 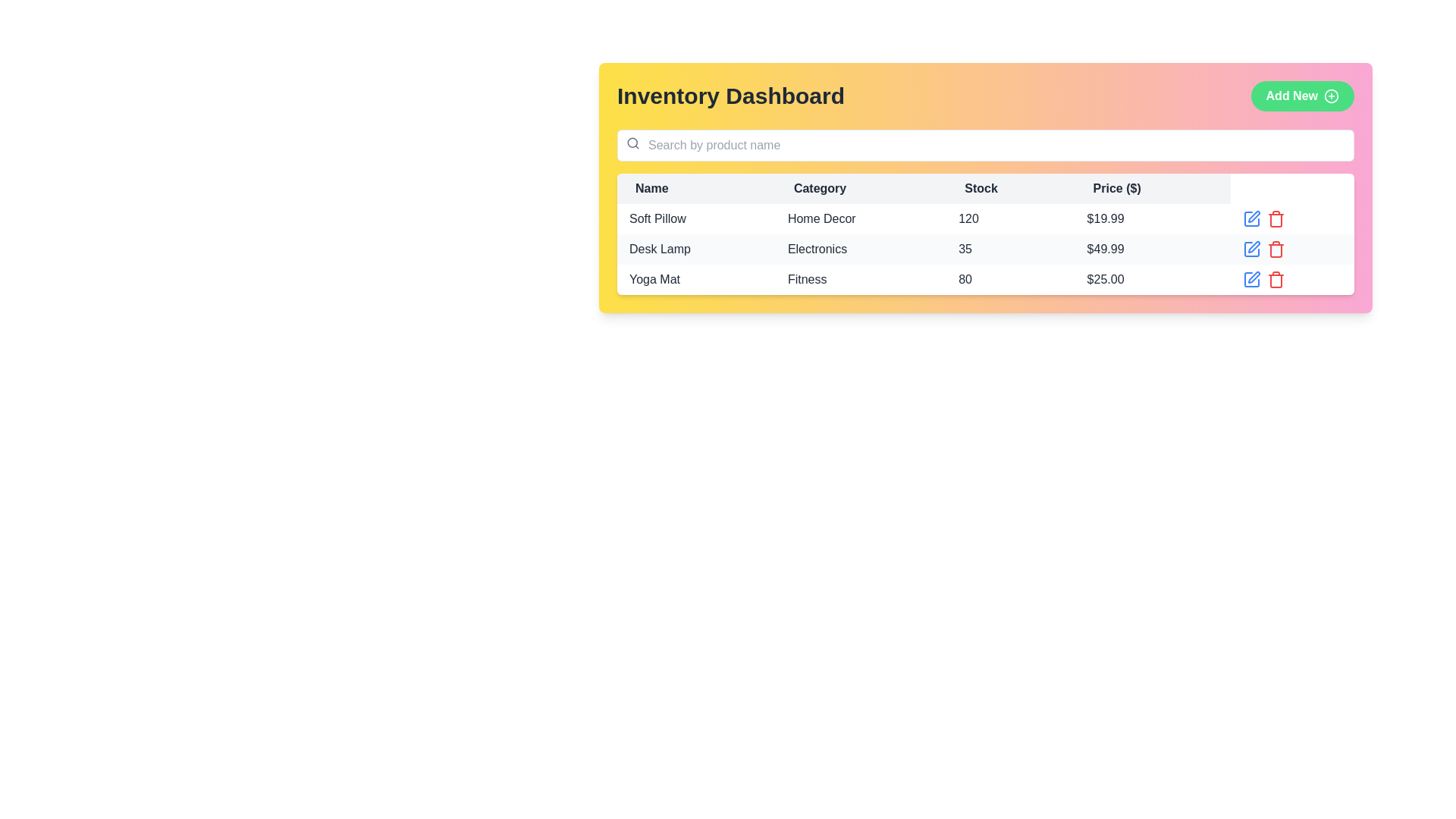 I want to click on the magnifying glass icon located inside the search bar of the 'Inventory Dashboard', positioned to the left of the input field placeholder text, so click(x=633, y=143).